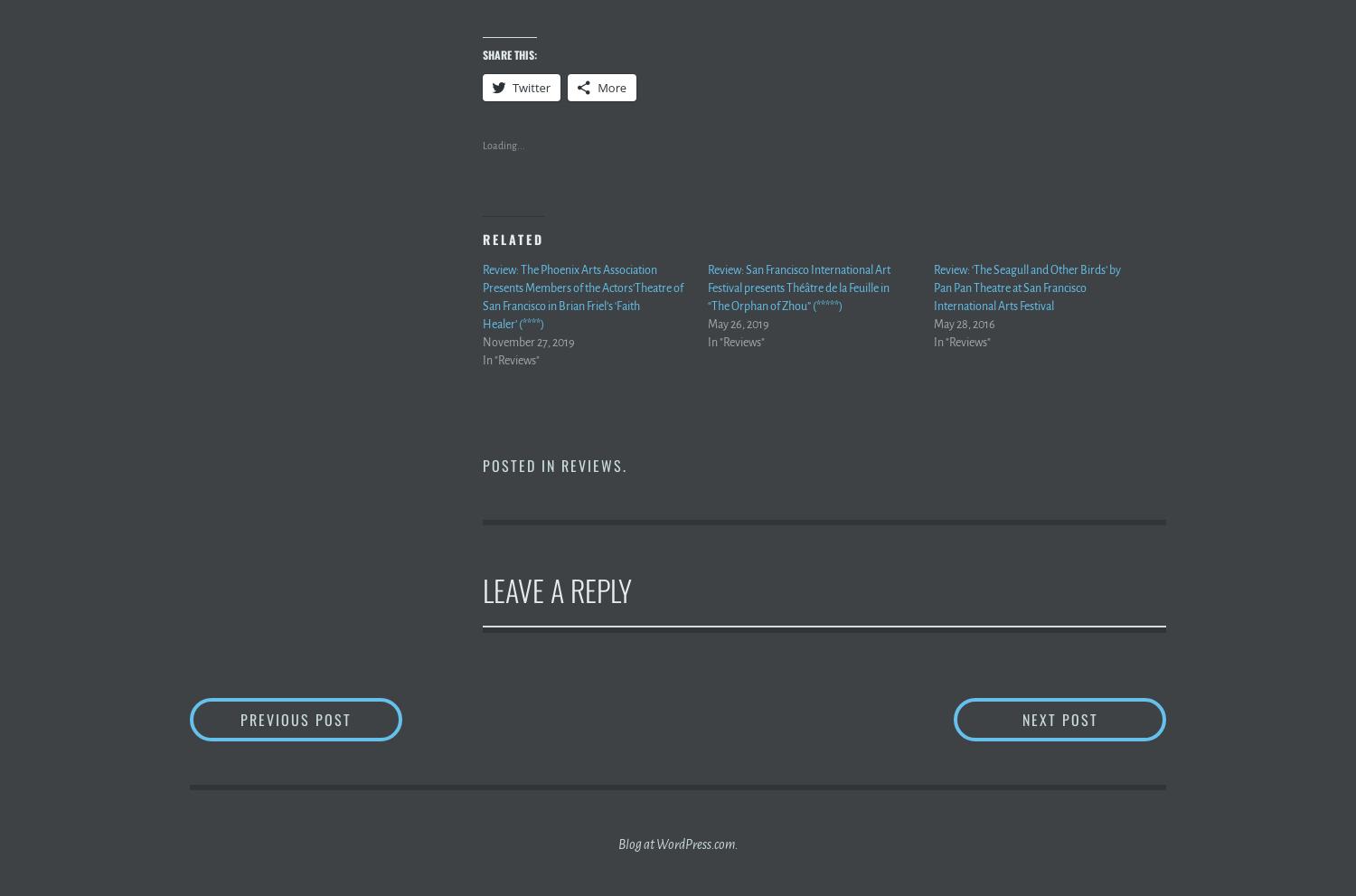 This screenshot has height=896, width=1356. What do you see at coordinates (521, 465) in the screenshot?
I see `'Posted in'` at bounding box center [521, 465].